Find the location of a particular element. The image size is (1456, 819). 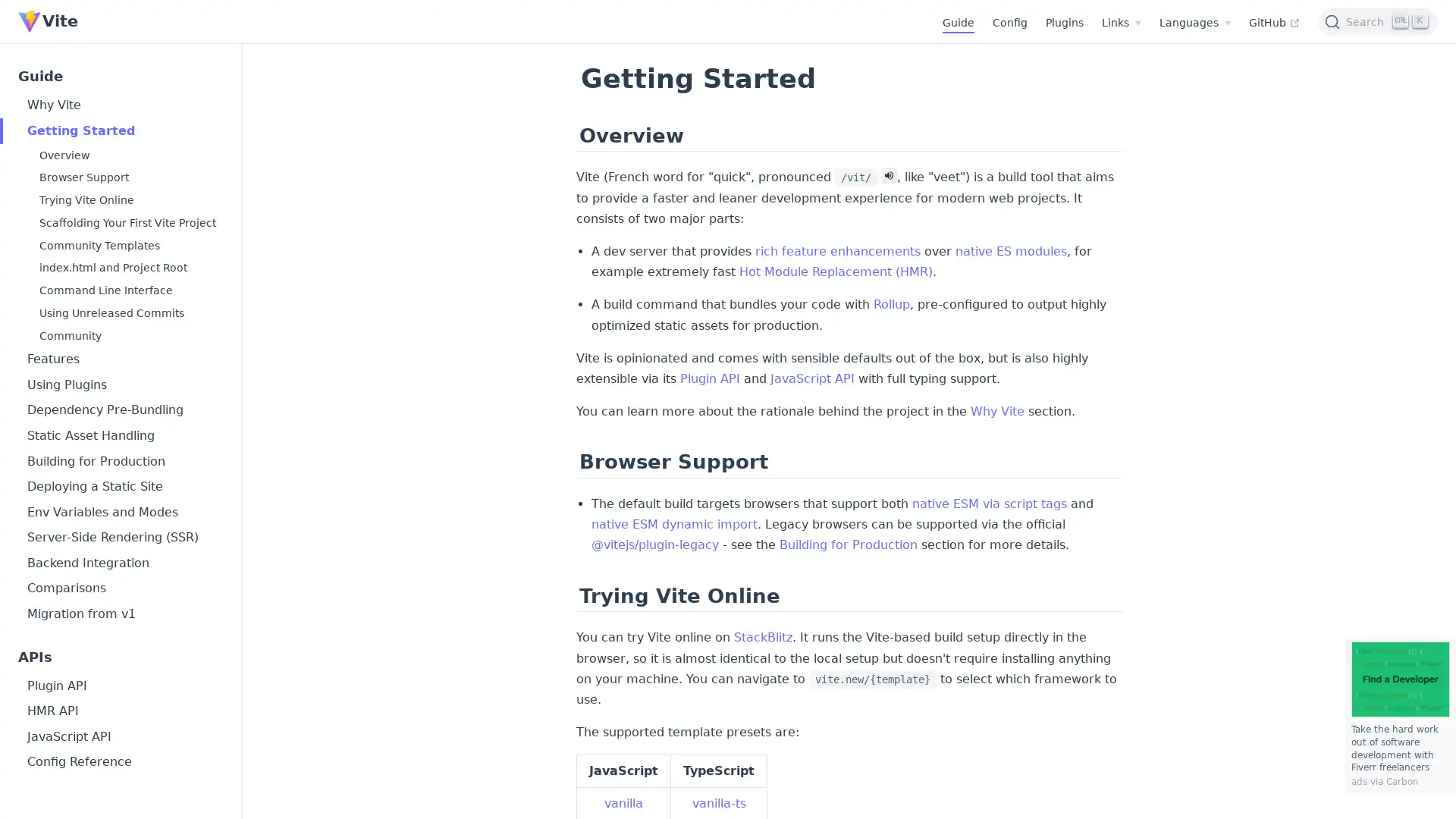

Languages is located at coordinates (1194, 23).